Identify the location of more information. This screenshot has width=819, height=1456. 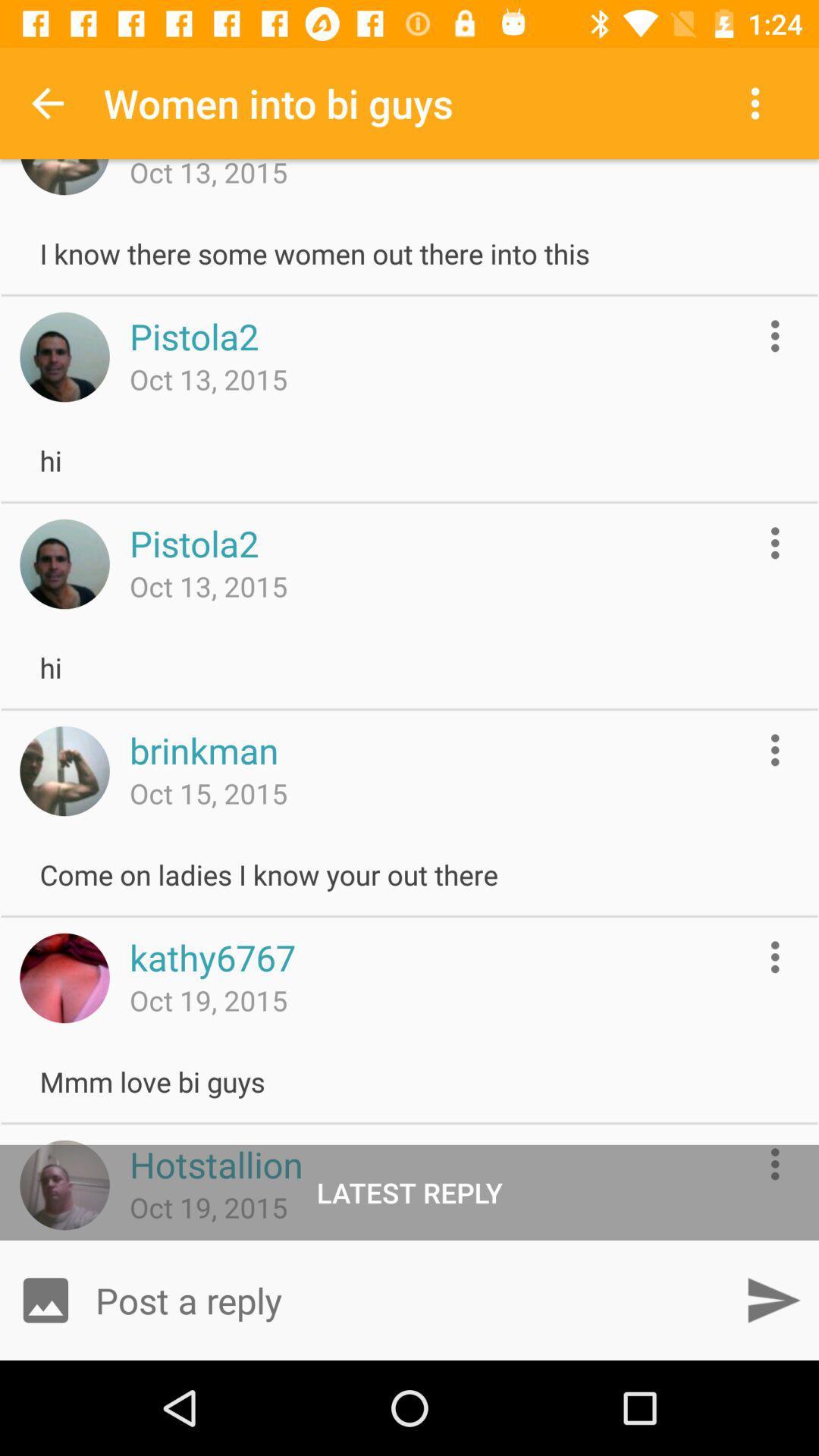
(775, 543).